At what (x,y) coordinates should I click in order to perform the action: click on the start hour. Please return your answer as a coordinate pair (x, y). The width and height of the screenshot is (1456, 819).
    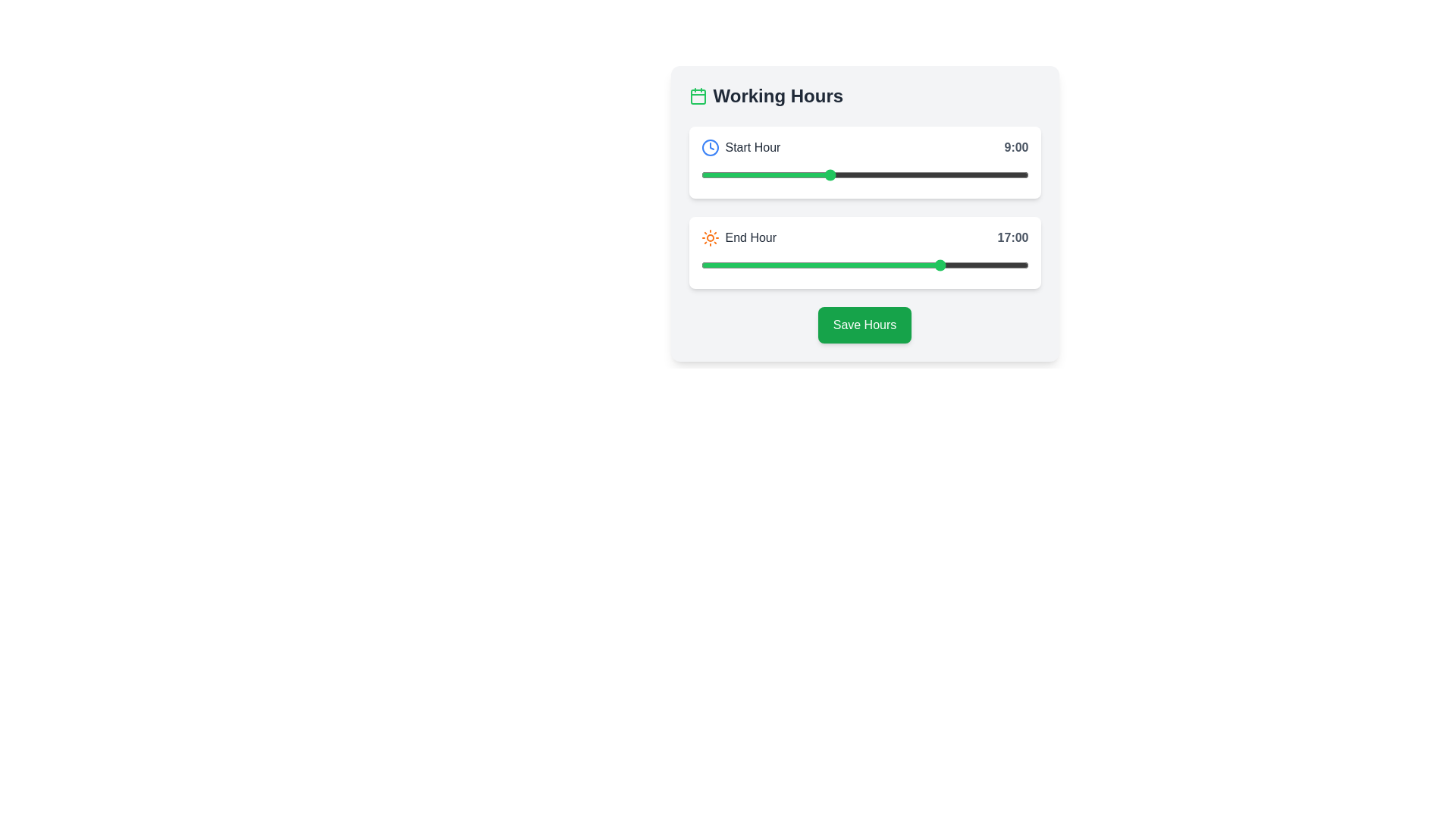
    Looking at the image, I should click on (800, 174).